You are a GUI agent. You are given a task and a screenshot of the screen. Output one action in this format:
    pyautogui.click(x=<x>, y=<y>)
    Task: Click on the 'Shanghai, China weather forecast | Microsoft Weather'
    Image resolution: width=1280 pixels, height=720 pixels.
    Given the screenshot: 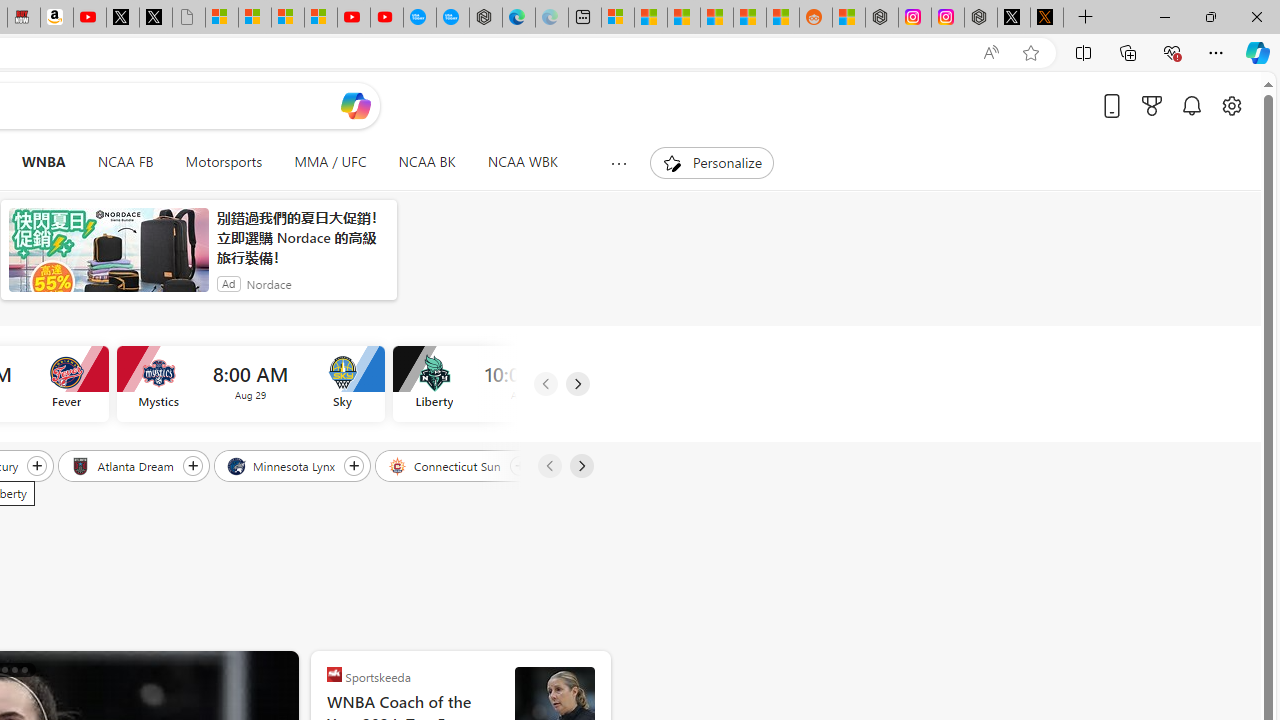 What is the action you would take?
    pyautogui.click(x=650, y=17)
    